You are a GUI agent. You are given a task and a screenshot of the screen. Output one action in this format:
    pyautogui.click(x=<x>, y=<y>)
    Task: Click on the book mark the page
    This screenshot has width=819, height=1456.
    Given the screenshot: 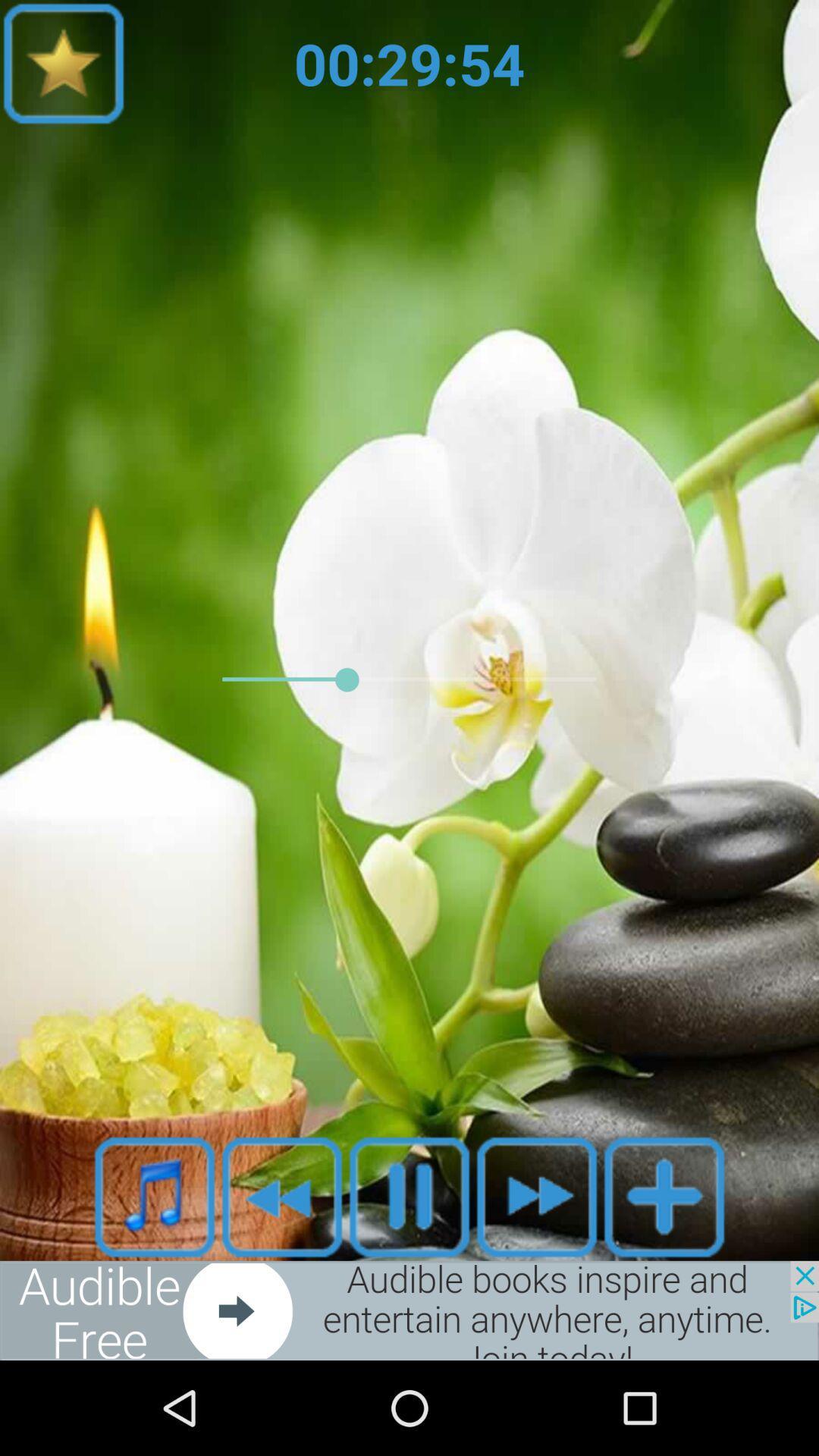 What is the action you would take?
    pyautogui.click(x=63, y=62)
    